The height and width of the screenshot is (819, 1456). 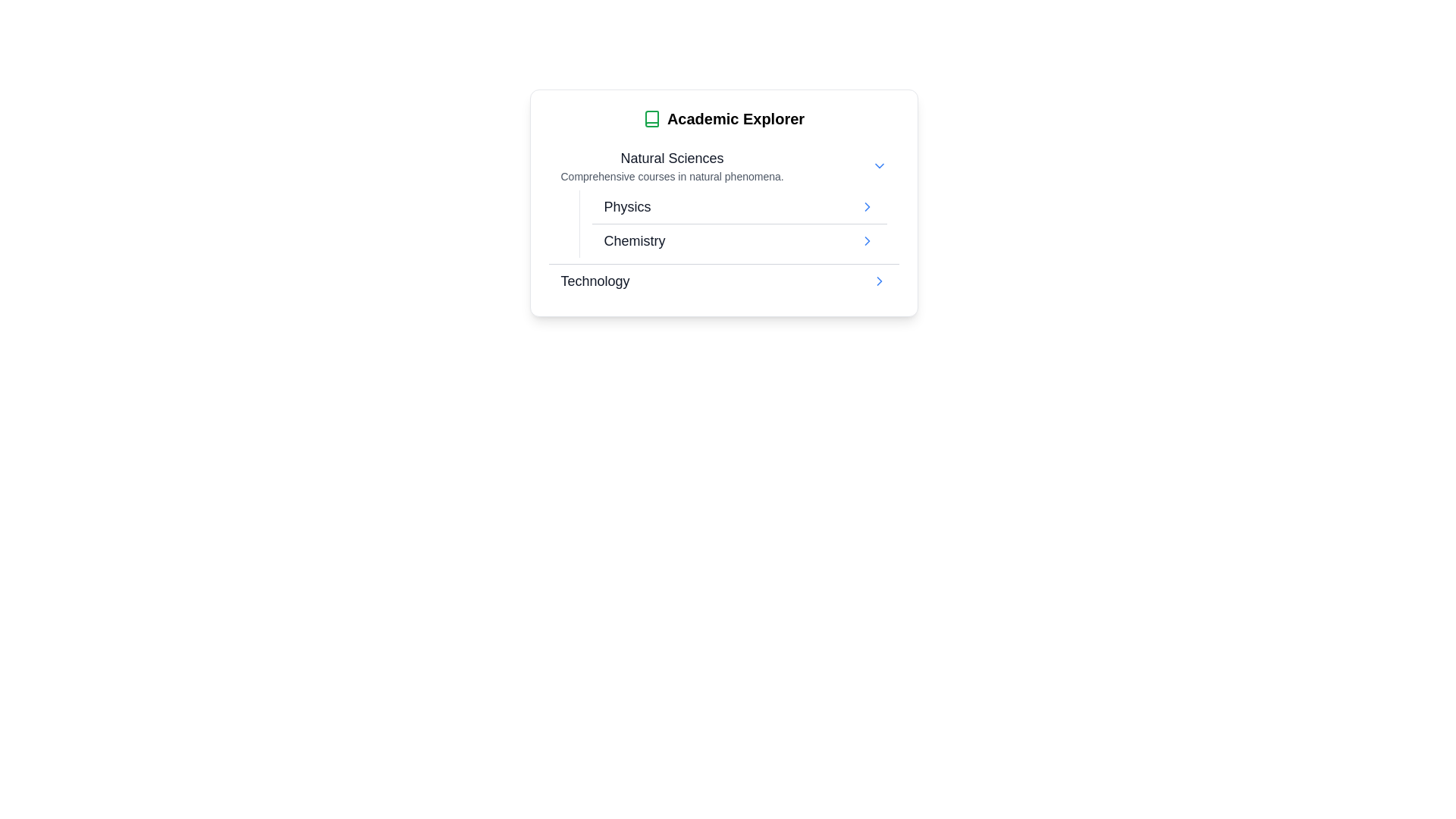 I want to click on the 'Physics' list item, which is the first entry under the 'Natural Sciences' category, so click(x=739, y=207).